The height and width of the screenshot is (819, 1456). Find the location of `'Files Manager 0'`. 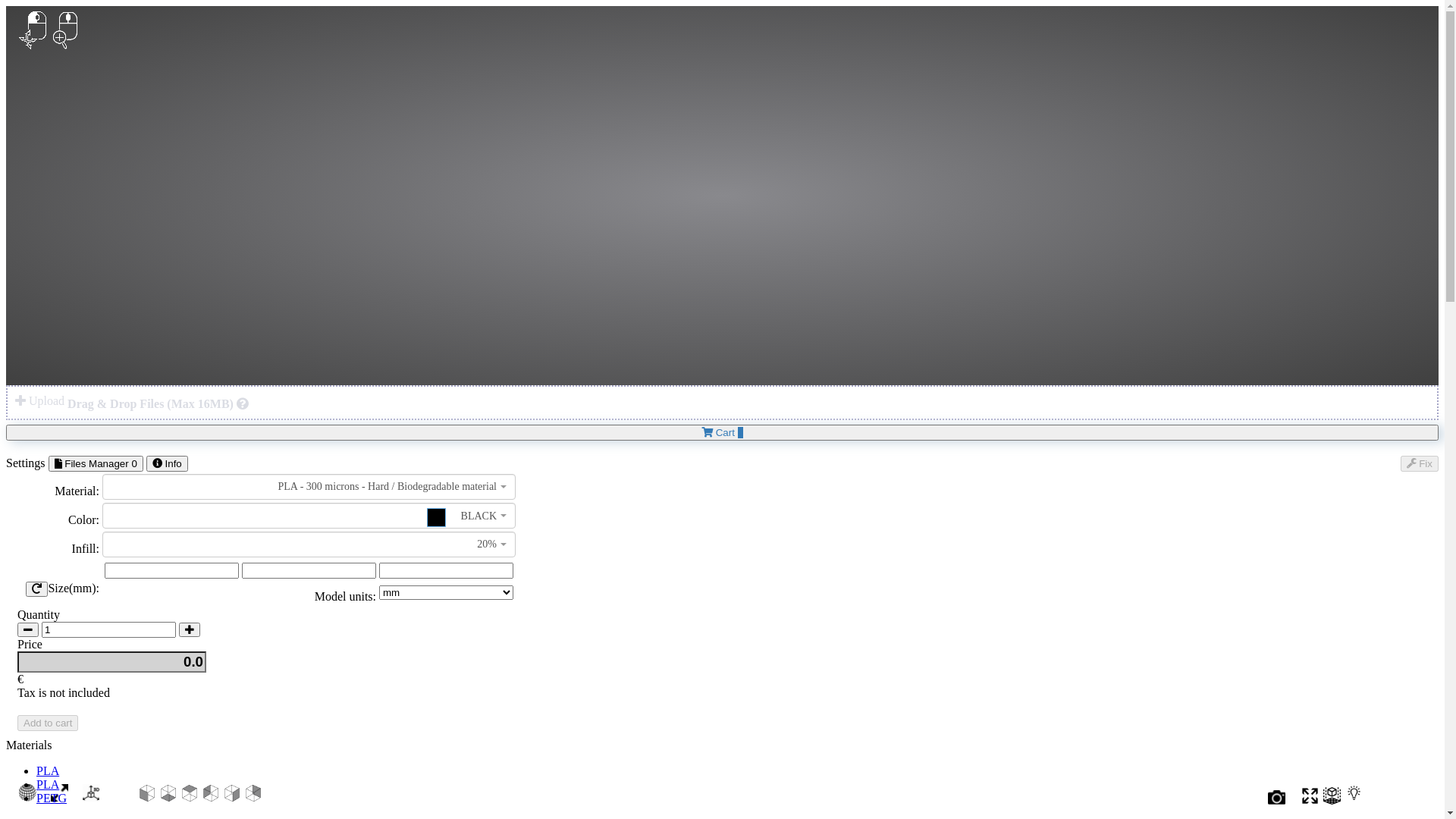

'Files Manager 0' is located at coordinates (48, 463).